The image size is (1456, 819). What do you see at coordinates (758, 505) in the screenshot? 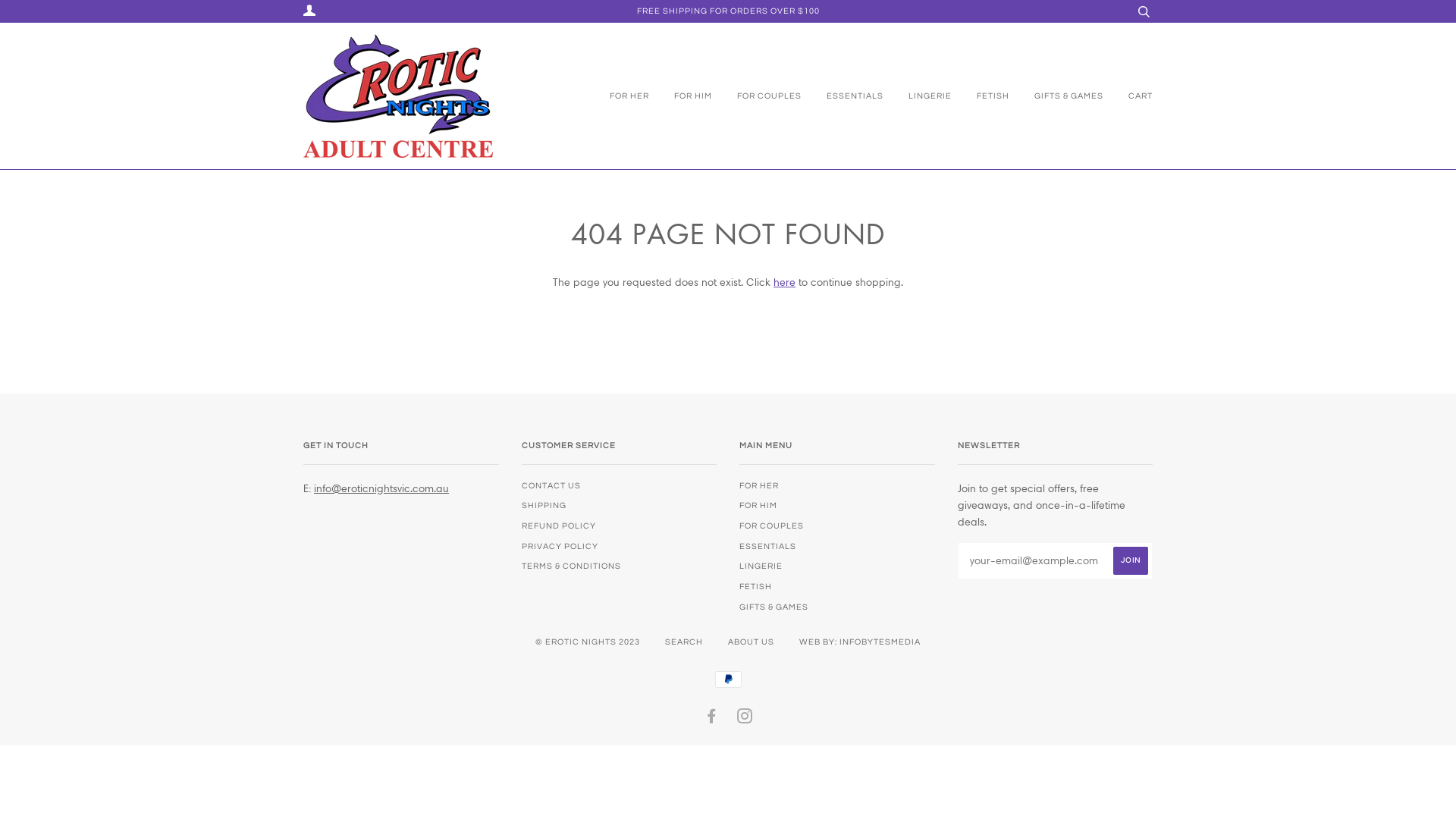
I see `'FOR HIM'` at bounding box center [758, 505].